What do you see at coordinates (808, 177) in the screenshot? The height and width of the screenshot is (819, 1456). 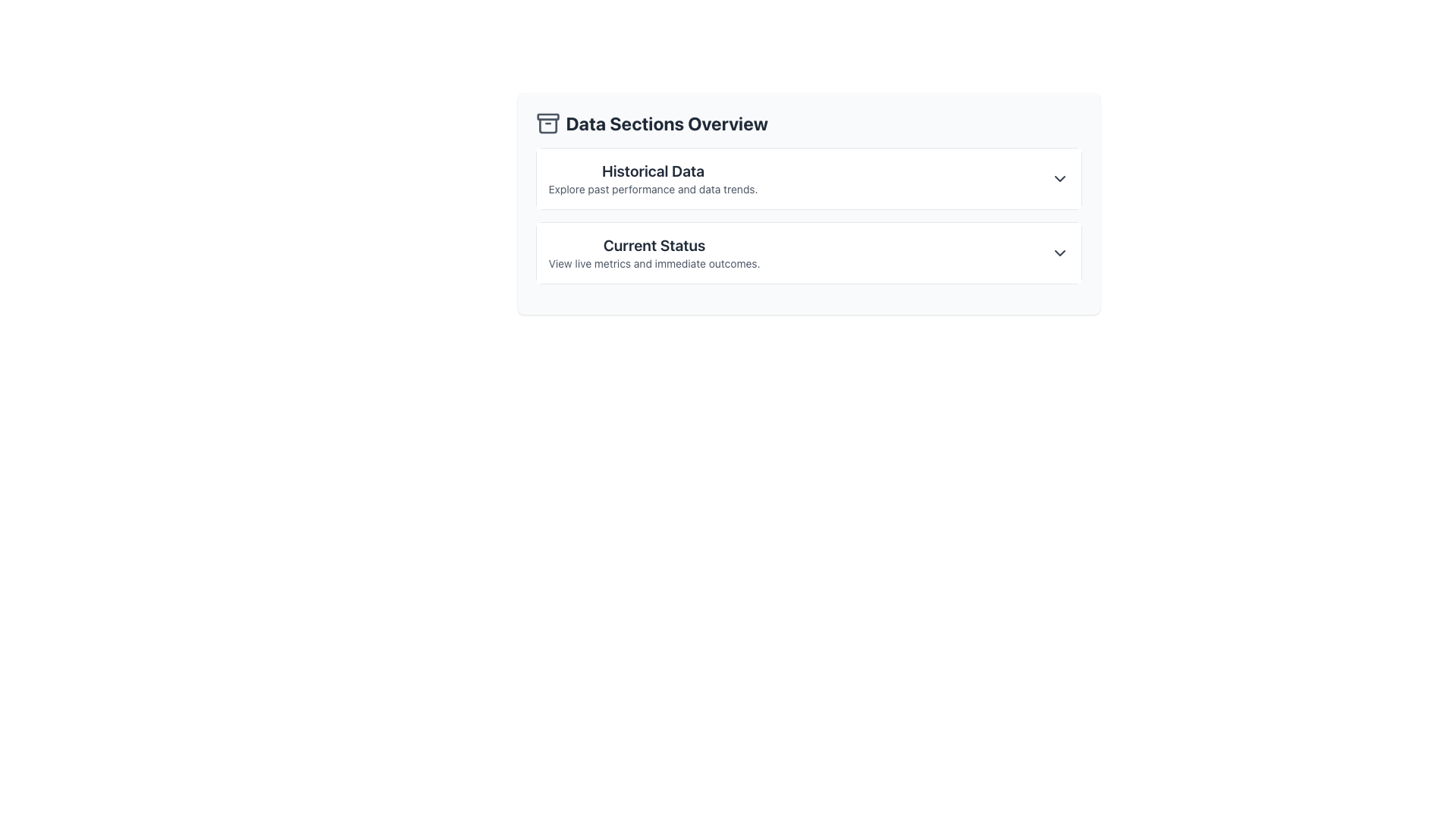 I see `the 'Historical Data' expandable section header` at bounding box center [808, 177].